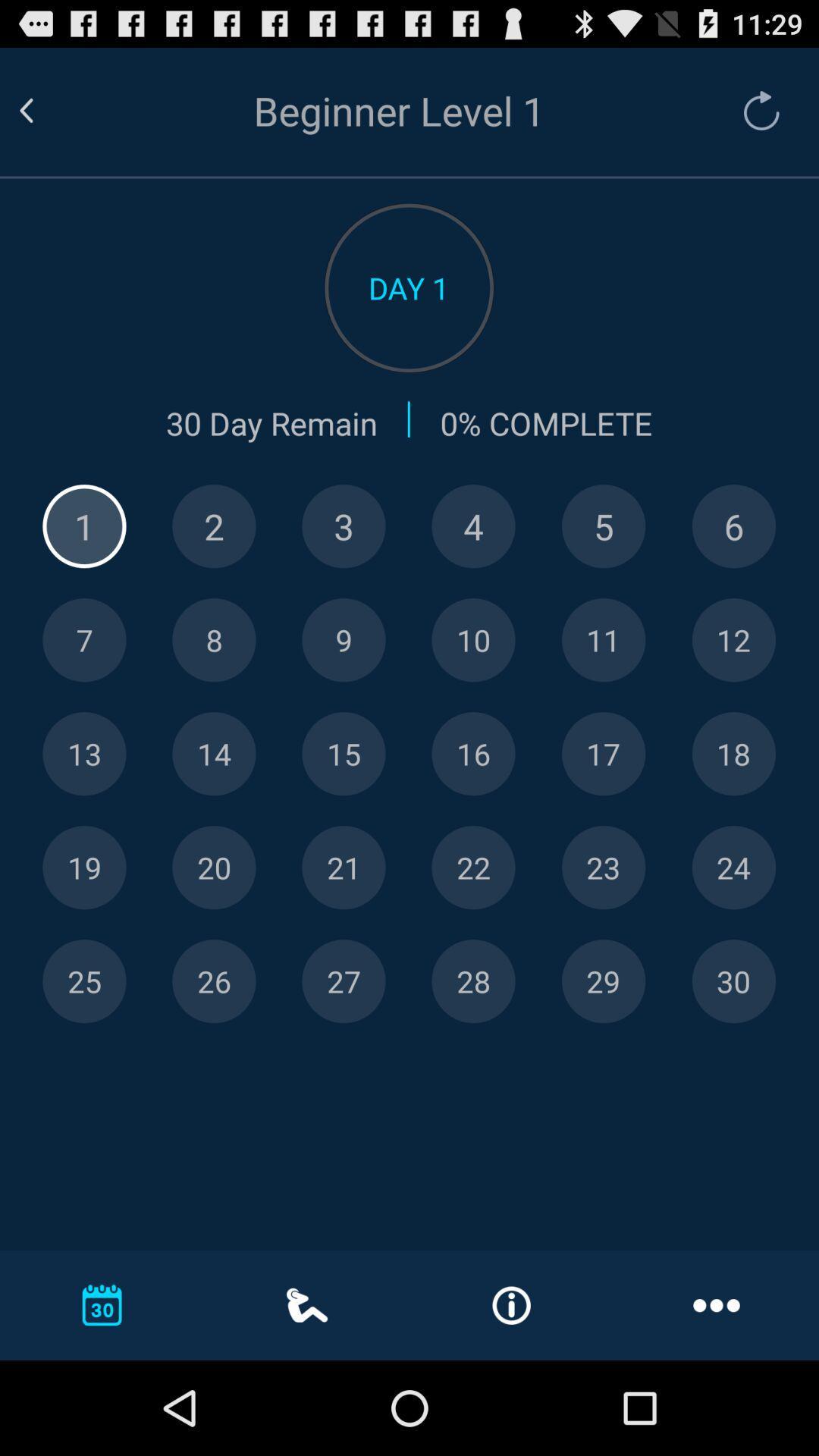 Image resolution: width=819 pixels, height=1456 pixels. I want to click on jump to this date, so click(472, 868).